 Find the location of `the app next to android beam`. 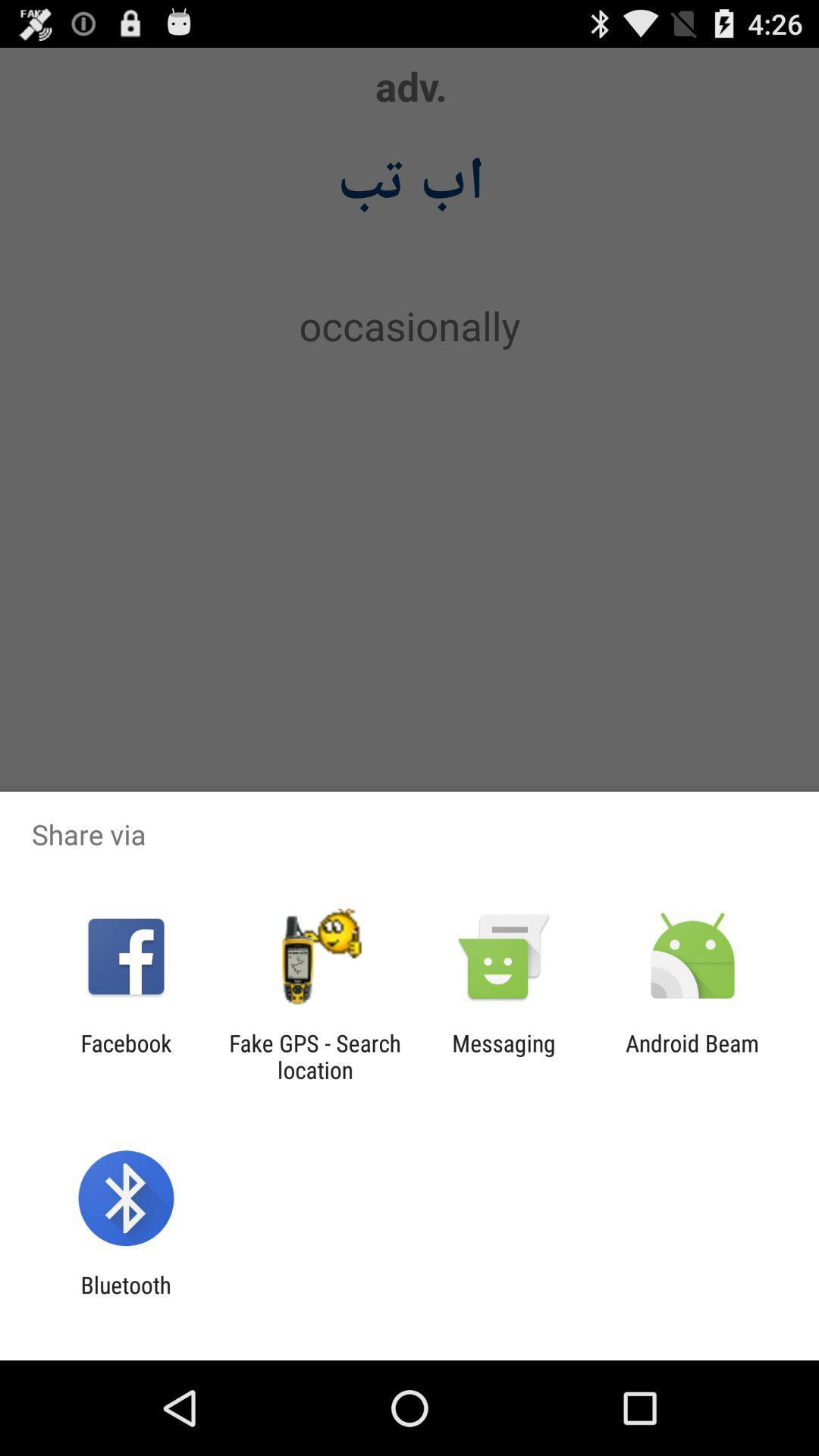

the app next to android beam is located at coordinates (504, 1056).